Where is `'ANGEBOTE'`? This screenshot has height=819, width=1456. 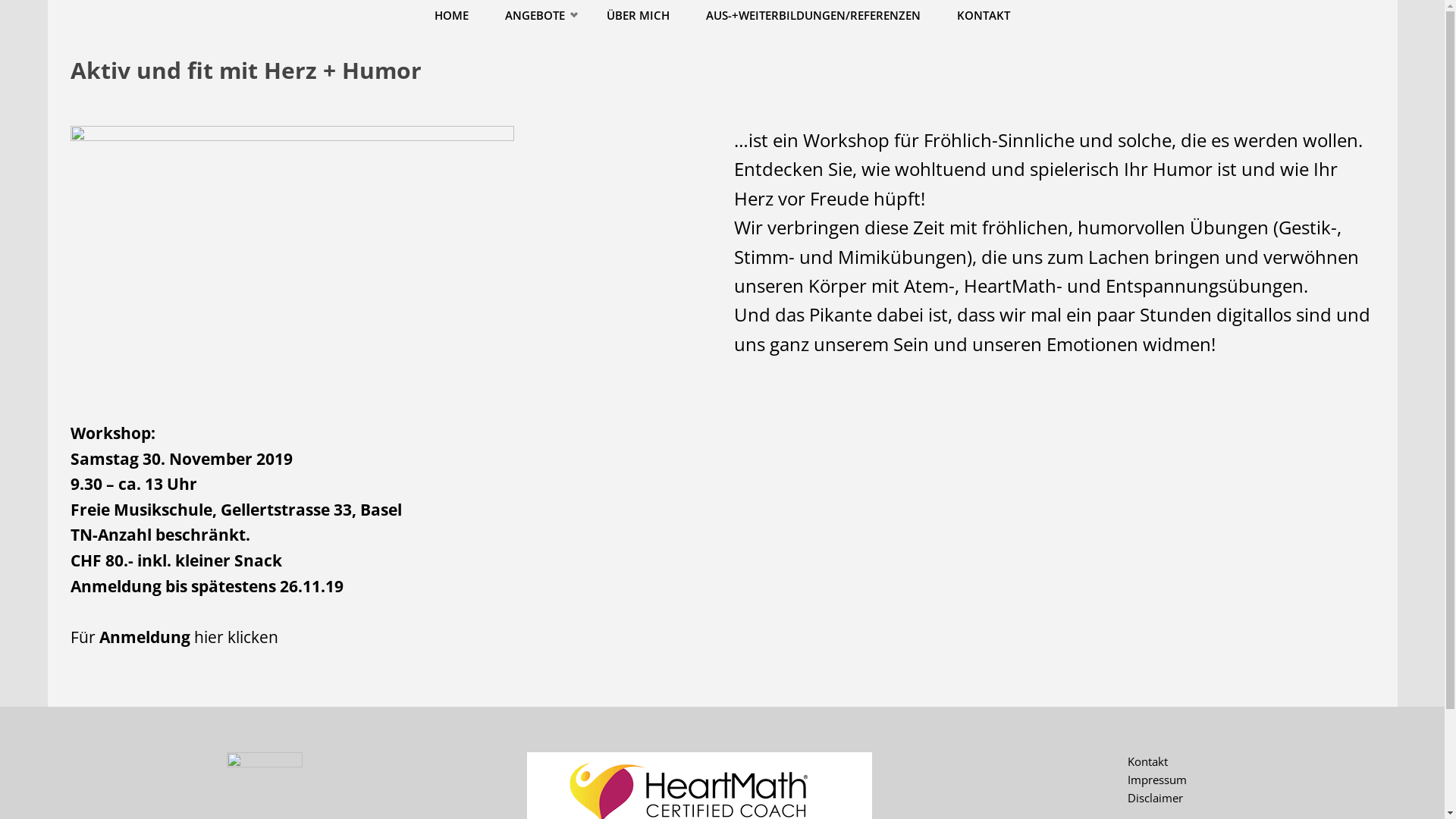 'ANGEBOTE' is located at coordinates (538, 14).